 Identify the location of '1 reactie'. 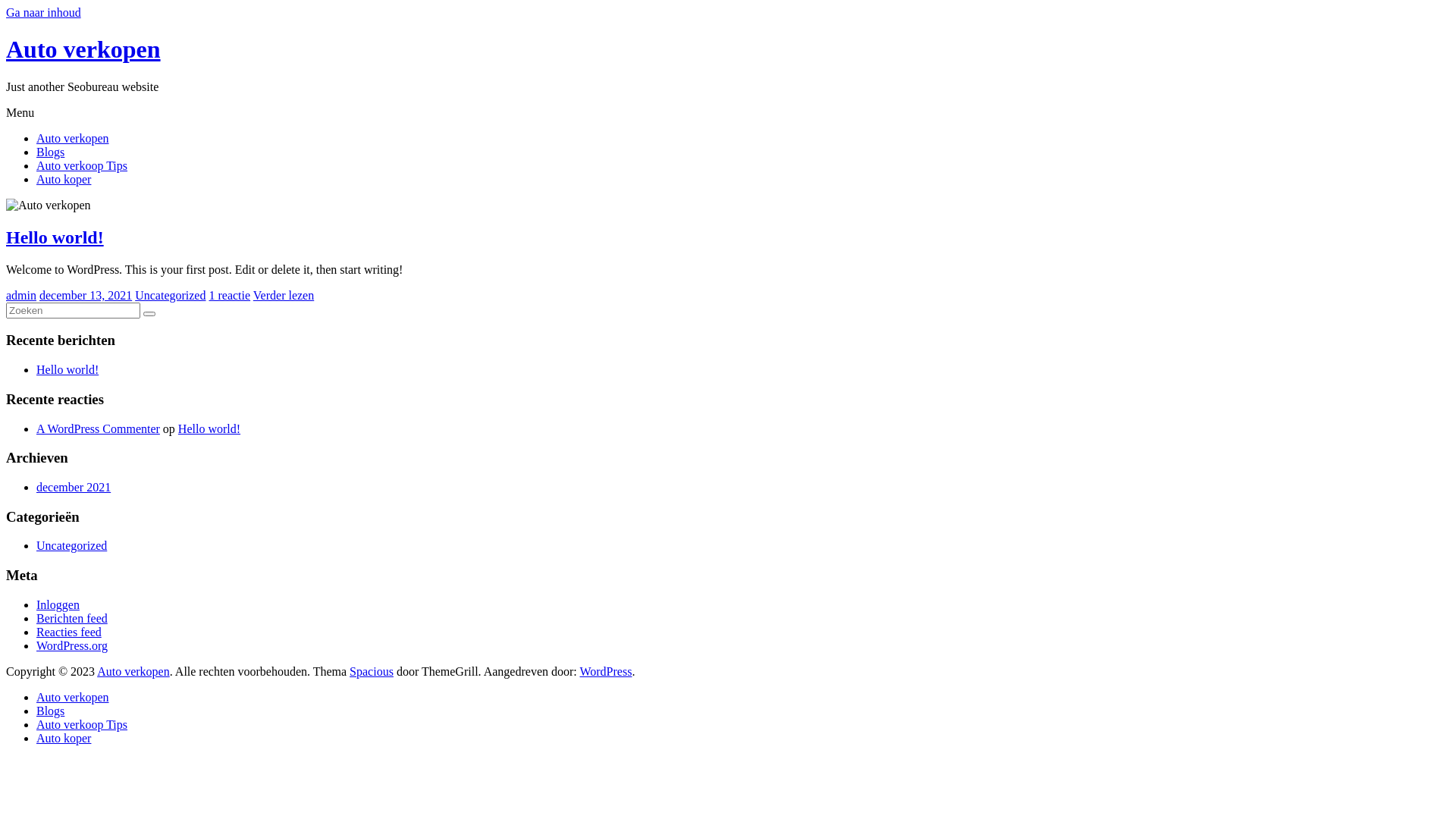
(228, 295).